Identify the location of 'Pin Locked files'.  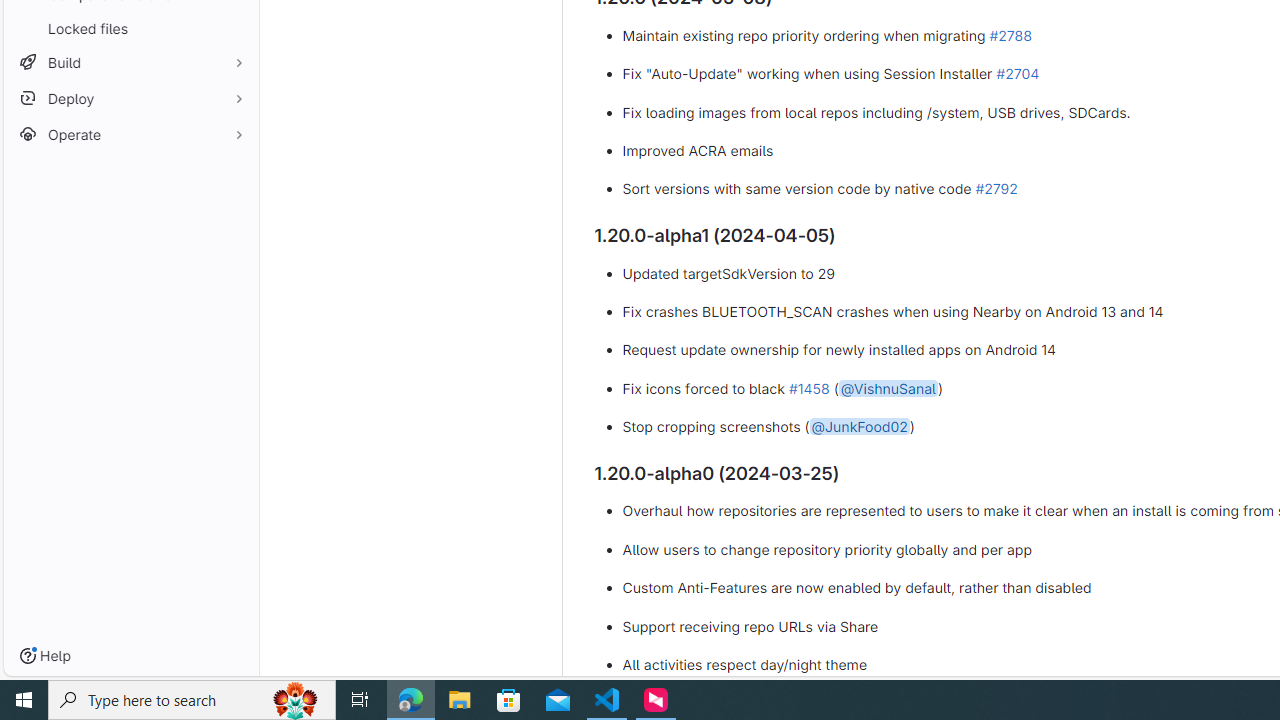
(234, 28).